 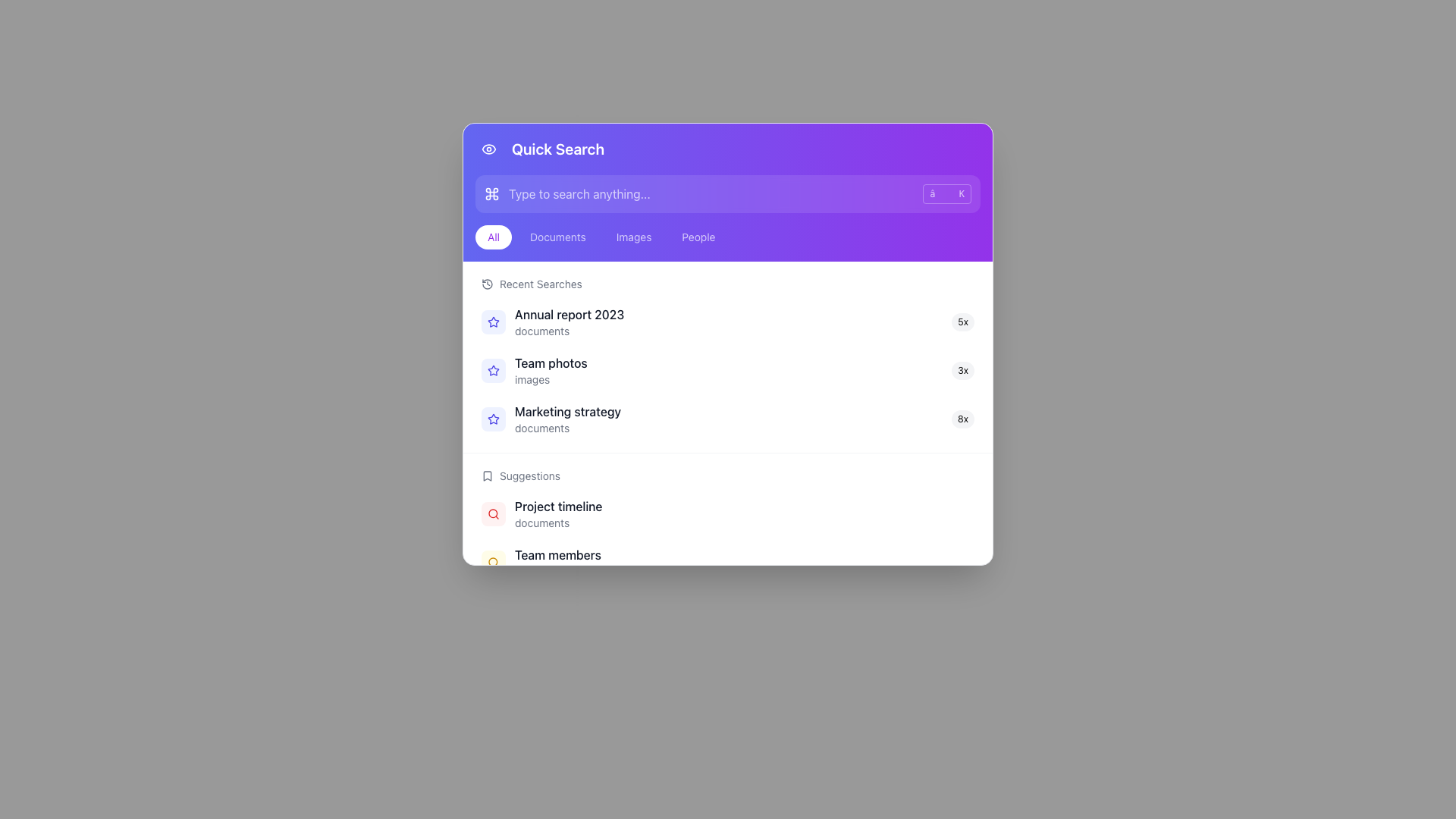 What do you see at coordinates (488, 475) in the screenshot?
I see `the small dark gray bookmark icon with a triangular notch located in the 'Suggestions' section at the bottom of the interface, positioned to the left of the 'Suggestions' text` at bounding box center [488, 475].